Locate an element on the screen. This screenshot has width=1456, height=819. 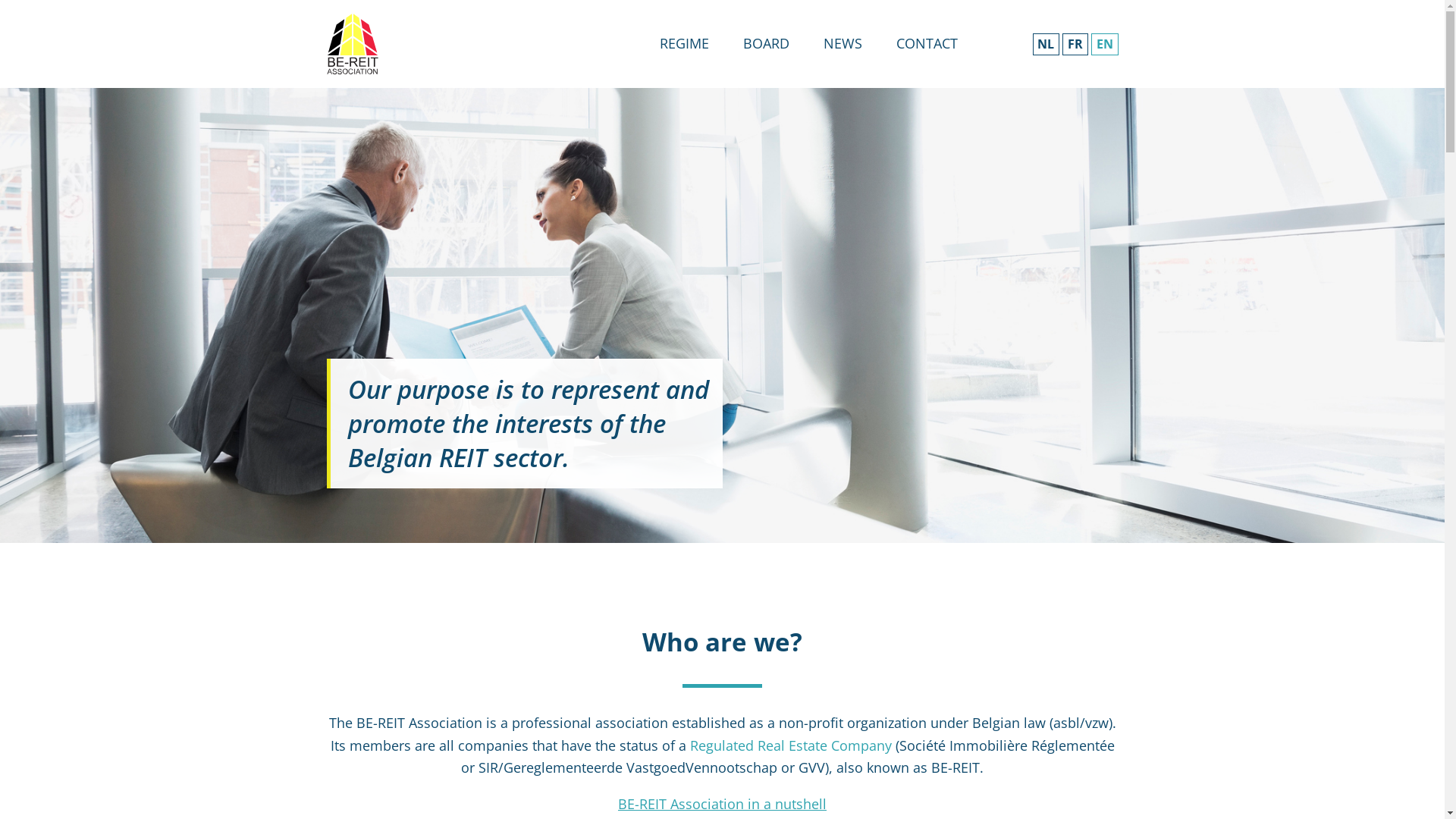
'EN' is located at coordinates (1104, 43).